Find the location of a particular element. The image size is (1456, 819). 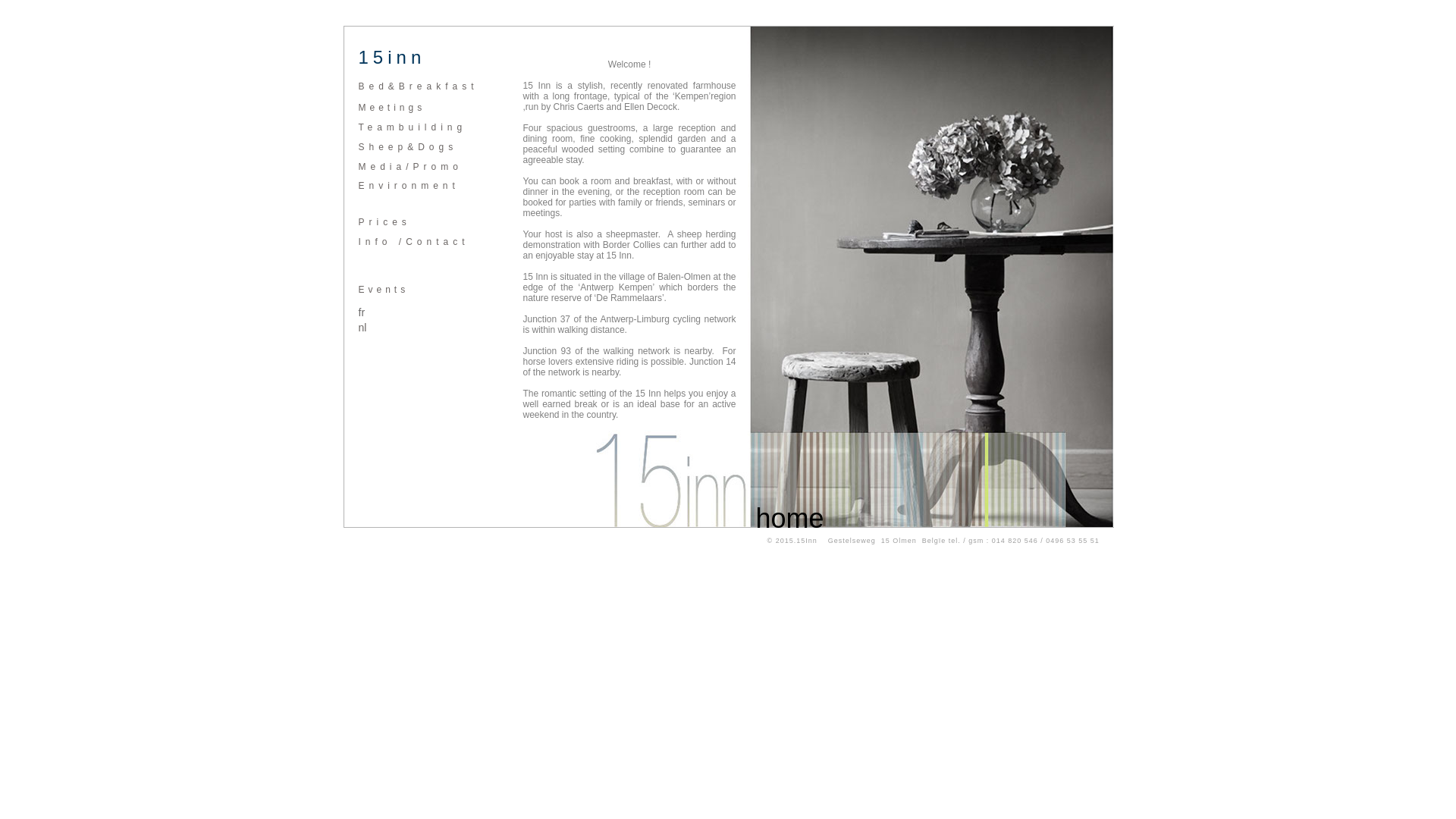

'Environment' is located at coordinates (408, 185).